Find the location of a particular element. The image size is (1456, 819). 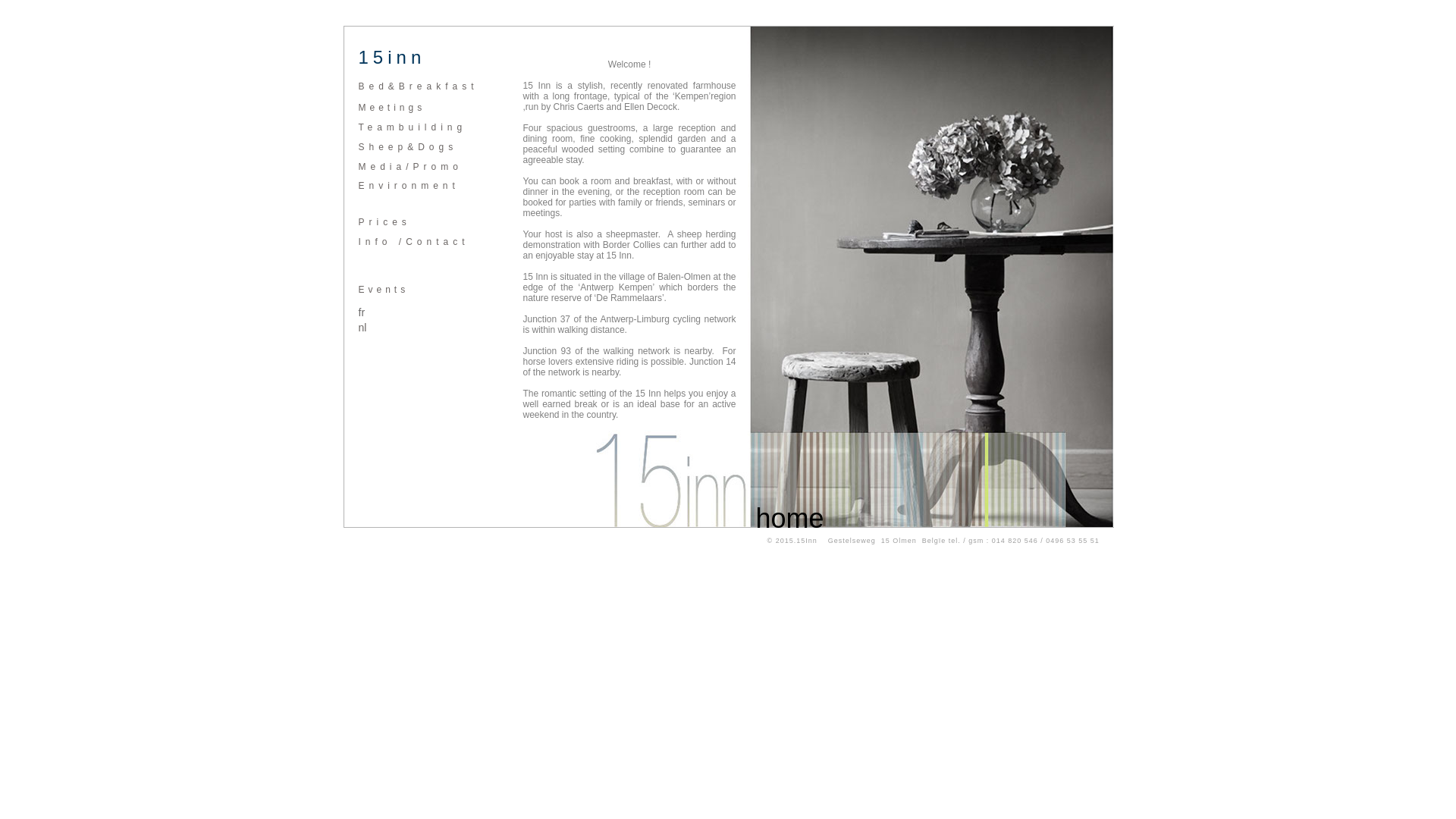

'Environment' is located at coordinates (408, 185).